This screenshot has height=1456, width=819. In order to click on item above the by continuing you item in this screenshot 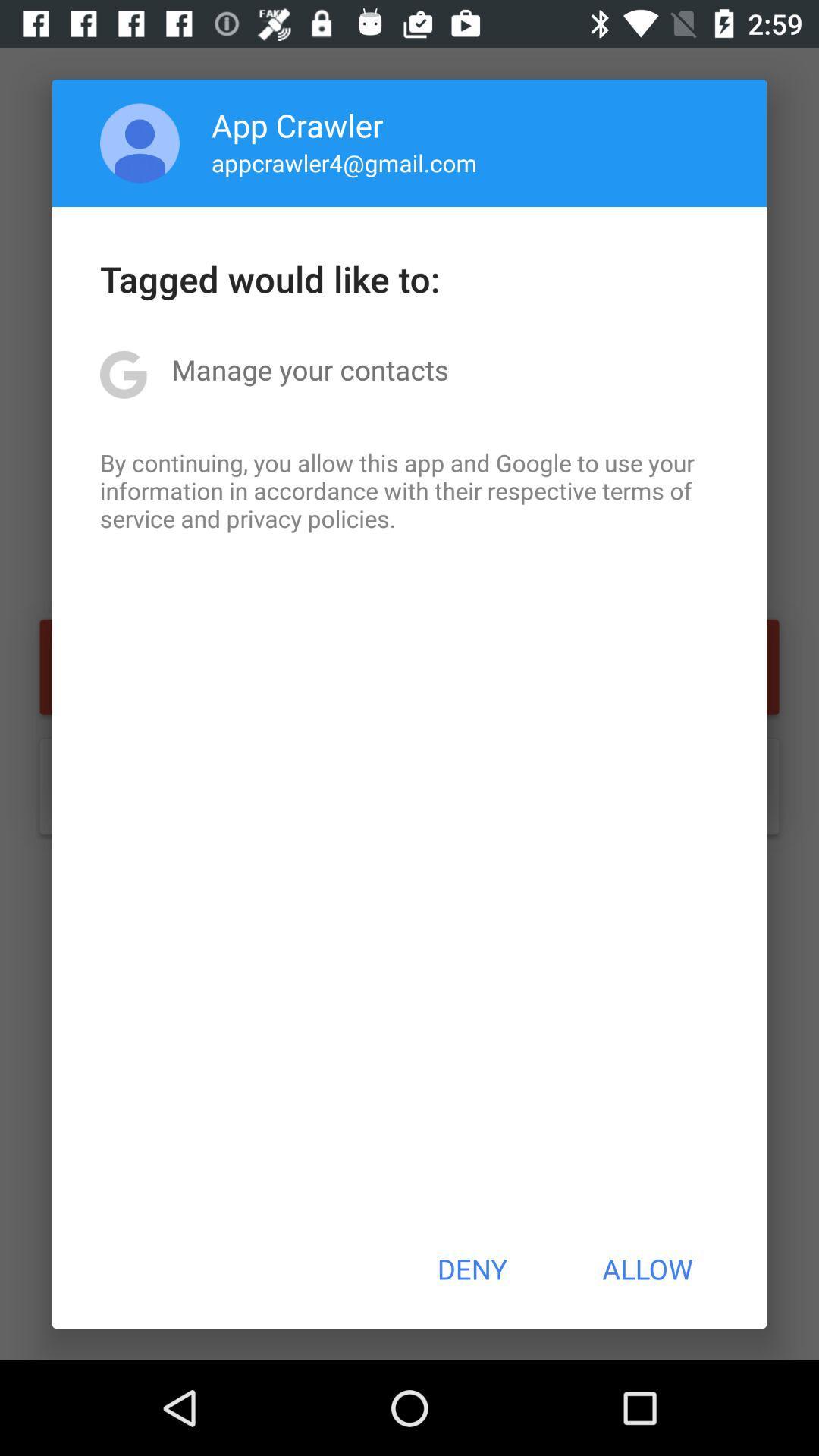, I will do `click(309, 369)`.